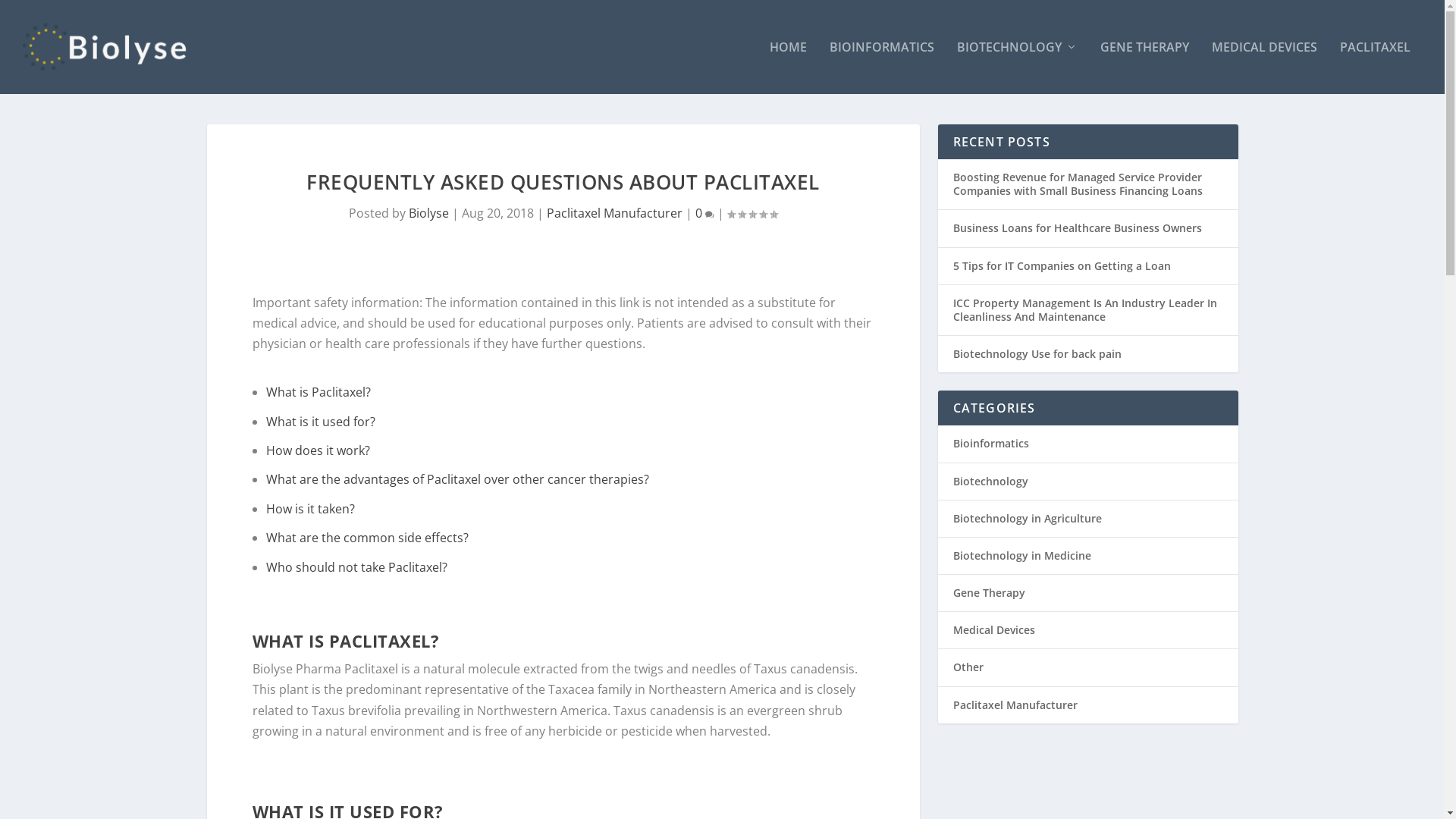 The width and height of the screenshot is (1456, 819). I want to click on 'MEDICAL DEVICES', so click(1264, 66).